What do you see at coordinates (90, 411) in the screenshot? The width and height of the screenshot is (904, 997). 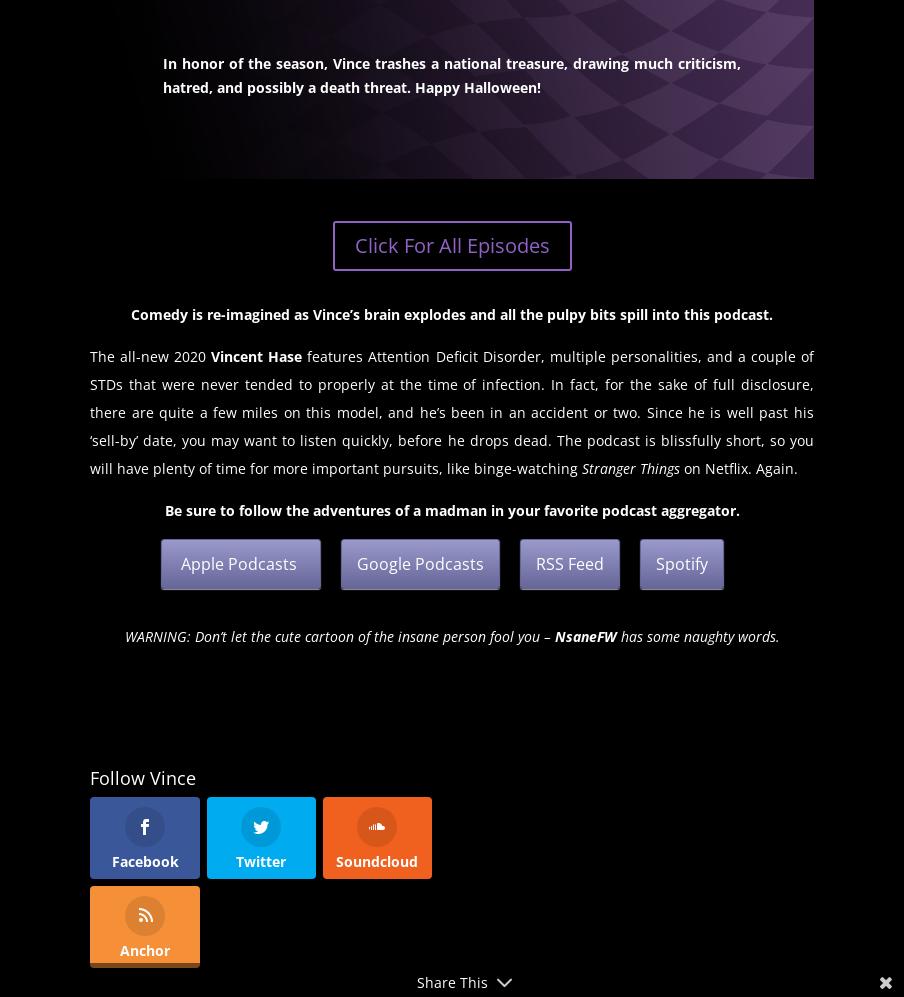 I see `'features Attention Deficit Disorder, multiple personalities, and a couple of STDs that were never tended to properly at the time of infection. In fact, for the sake of full disclosure, there are quite a few miles on this model, and he’s been in an accident or two. Since he is well past his ‘sell-by’ date, you may want to listen quickly, before he drops dead. The podcast is blissfully short, so you will have plenty of time for more important pursuits, like binge-watching'` at bounding box center [90, 411].